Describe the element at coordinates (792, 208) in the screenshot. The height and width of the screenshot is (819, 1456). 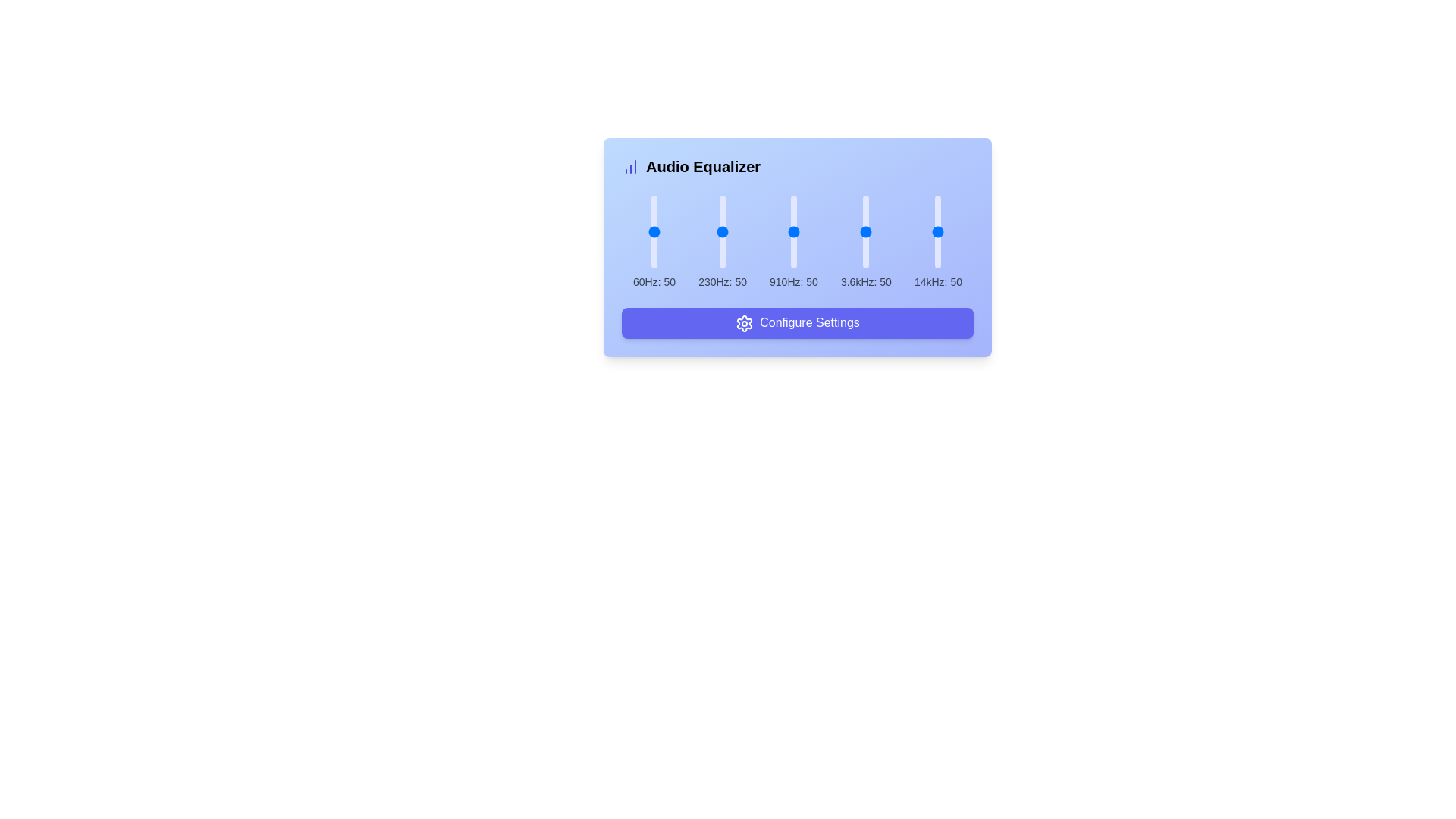
I see `the 910Hz slider` at that location.